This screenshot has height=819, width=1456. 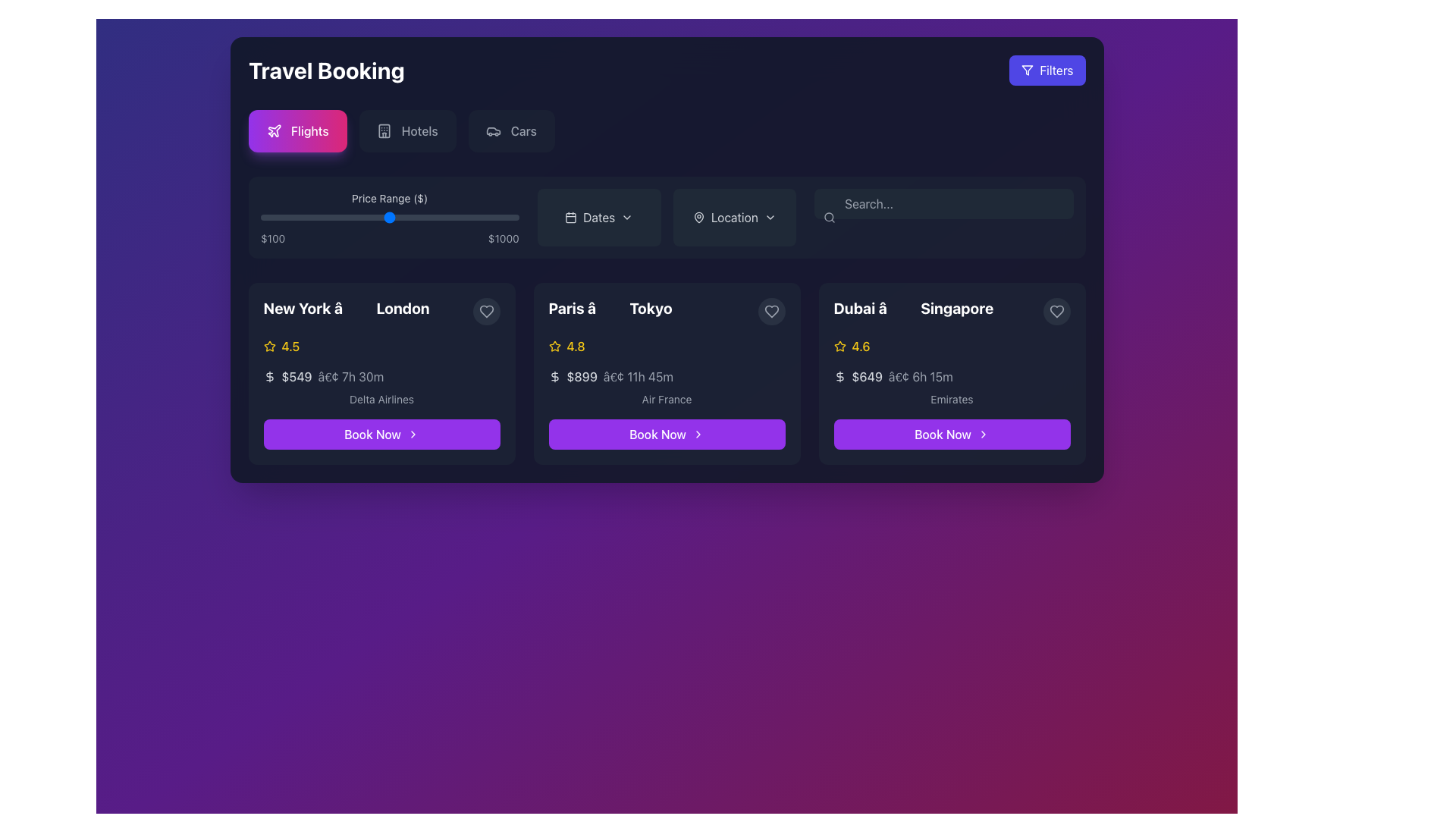 I want to click on numeric rating value displayed for the travel route 'Paris â Tokyo', which is located immediately to the right of the yellow star icon in the top-left portion of the card, so click(x=575, y=346).